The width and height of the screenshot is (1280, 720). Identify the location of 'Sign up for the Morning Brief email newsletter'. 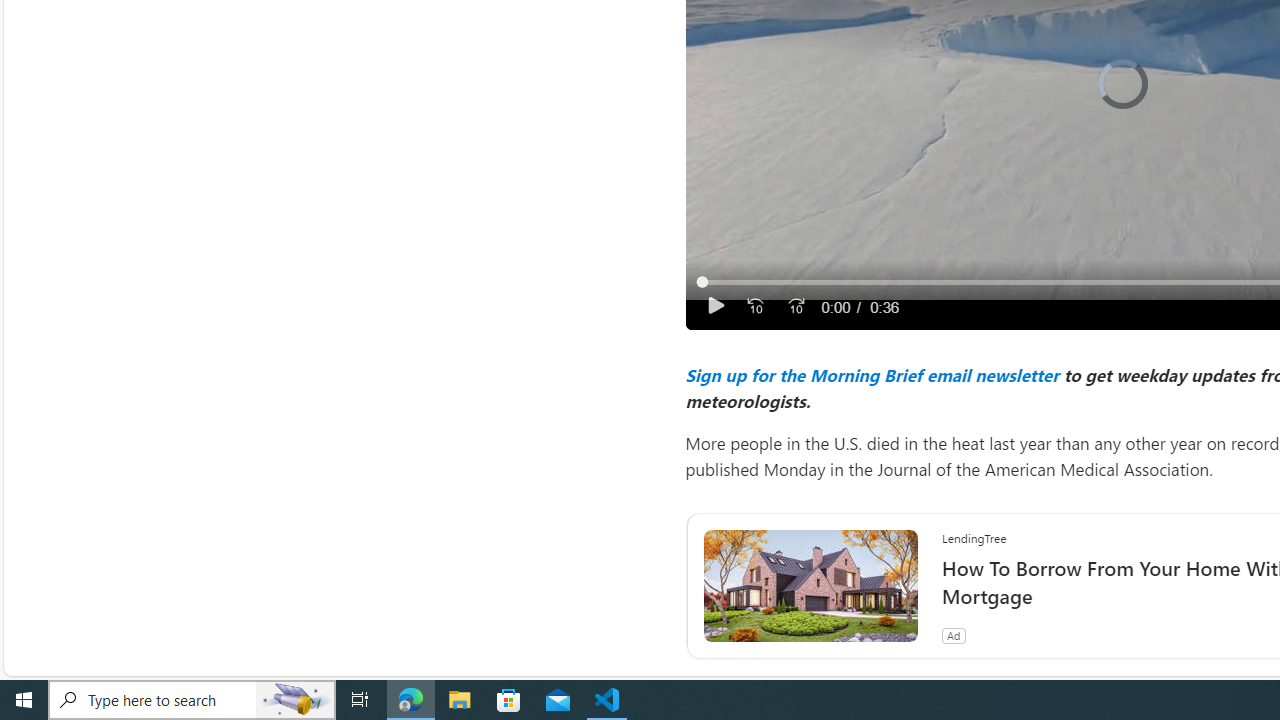
(871, 374).